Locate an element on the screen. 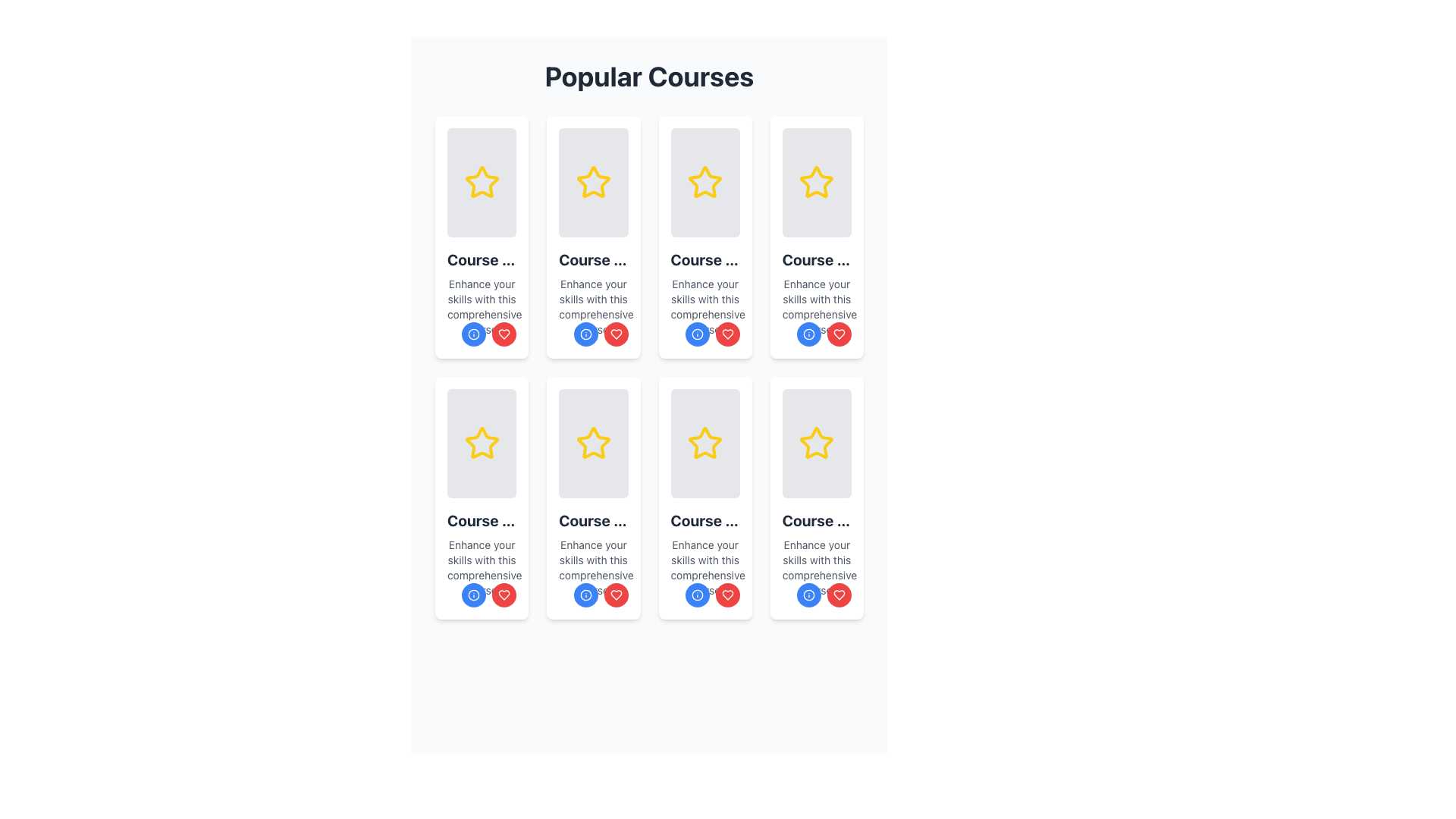  the star icon in the first column of the second row of the course grid, which is used for rating or favoriting a course is located at coordinates (481, 444).